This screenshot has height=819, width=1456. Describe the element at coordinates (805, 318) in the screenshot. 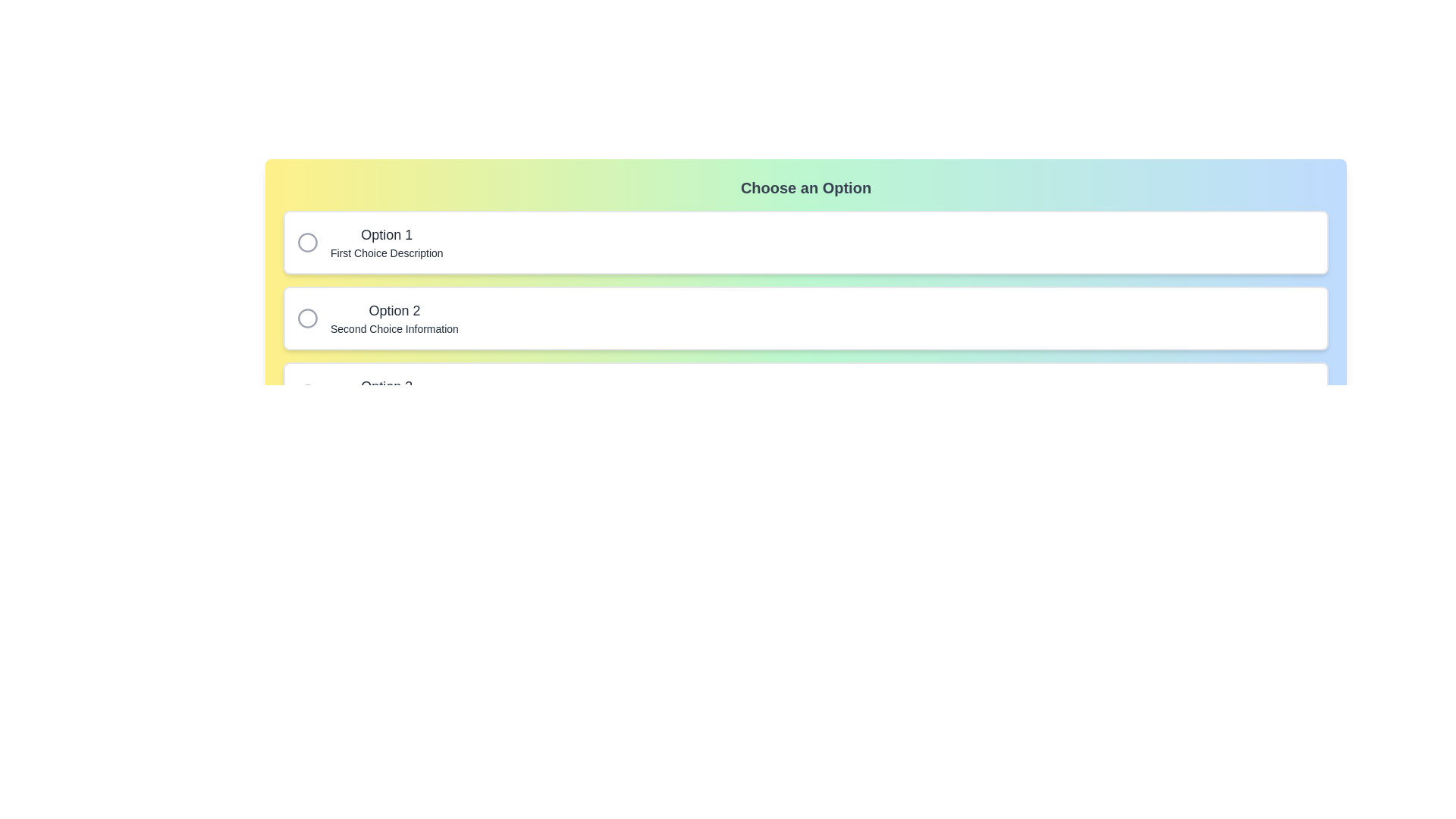

I see `the 'Option 2' radio button` at that location.